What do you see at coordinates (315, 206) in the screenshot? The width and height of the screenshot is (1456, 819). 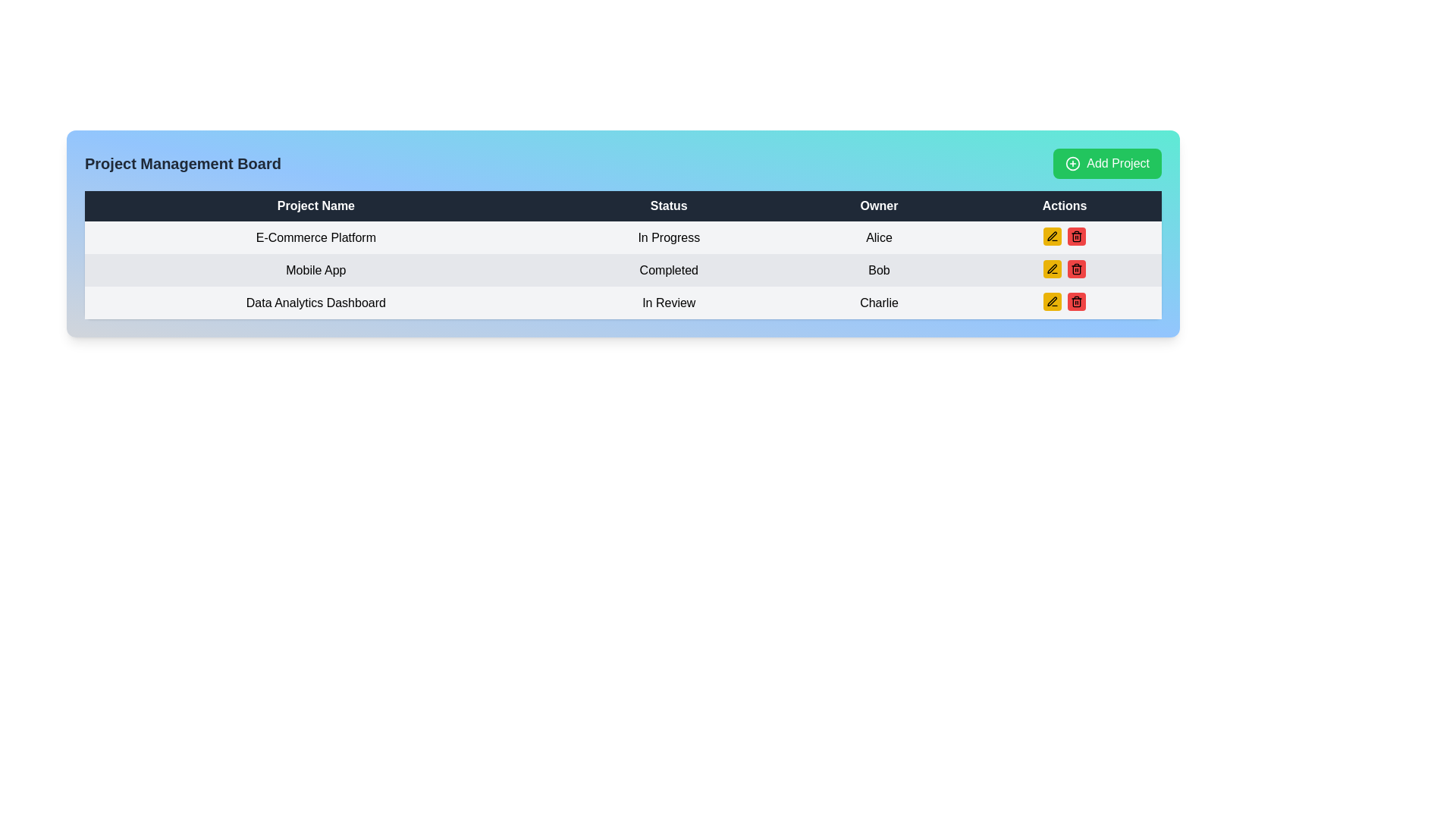 I see `the 'Project Name' text label, which is the first column header in a table with a dark blue background and bold white text` at bounding box center [315, 206].